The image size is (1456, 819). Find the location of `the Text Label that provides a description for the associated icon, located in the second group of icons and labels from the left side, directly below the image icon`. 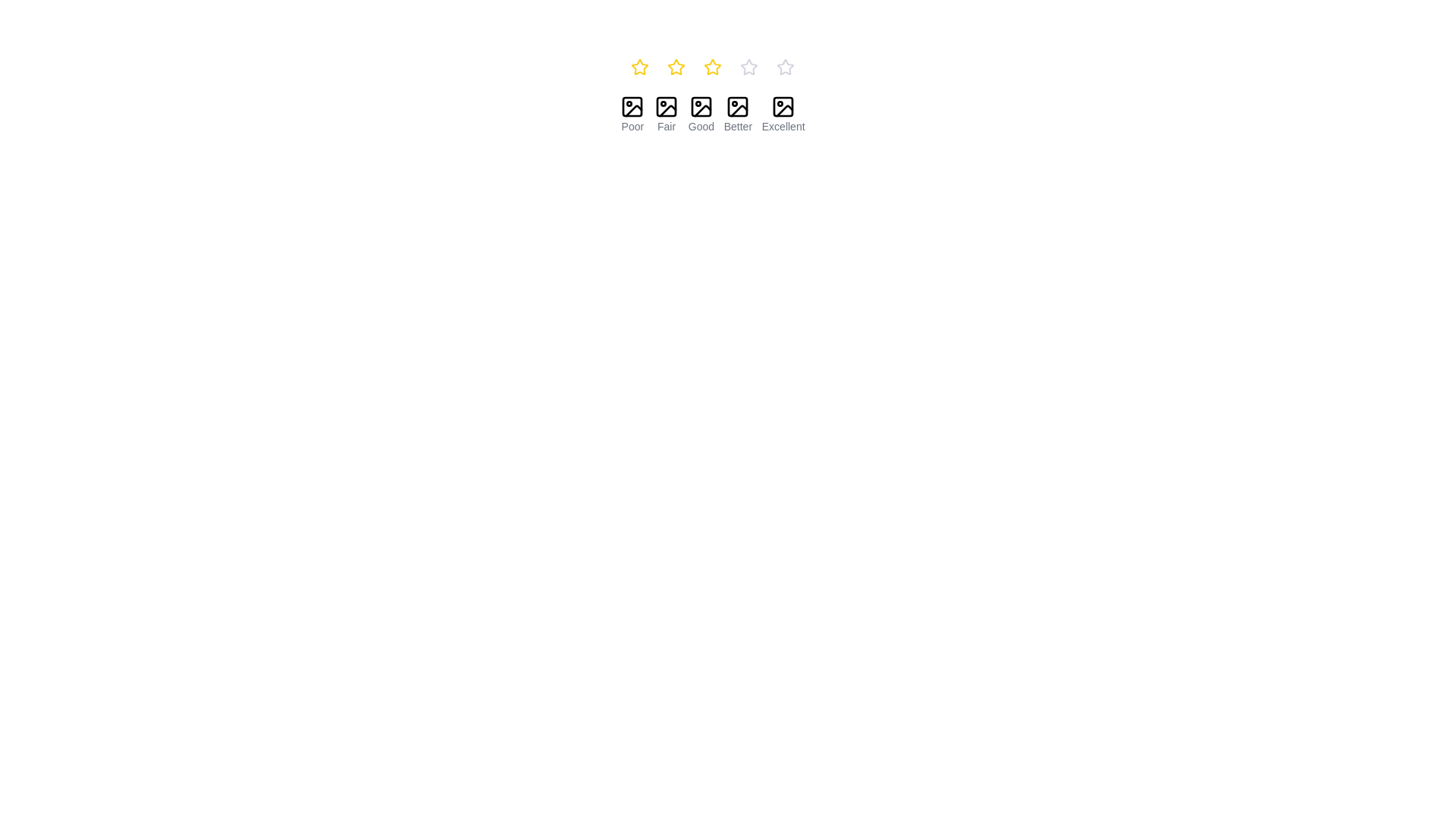

the Text Label that provides a description for the associated icon, located in the second group of icons and labels from the left side, directly below the image icon is located at coordinates (666, 125).